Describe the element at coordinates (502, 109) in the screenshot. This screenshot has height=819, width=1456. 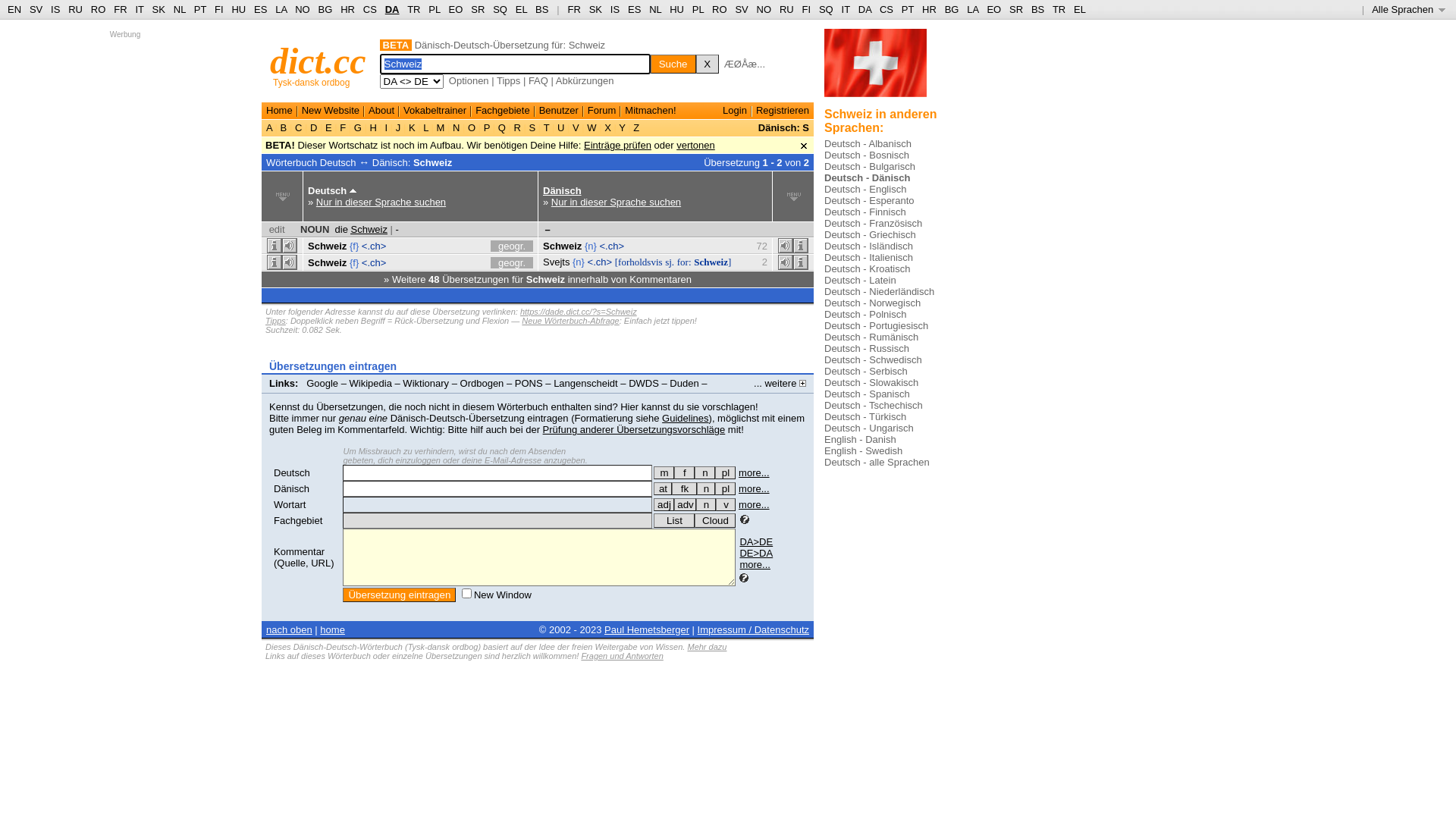
I see `'Fachgebiete'` at that location.